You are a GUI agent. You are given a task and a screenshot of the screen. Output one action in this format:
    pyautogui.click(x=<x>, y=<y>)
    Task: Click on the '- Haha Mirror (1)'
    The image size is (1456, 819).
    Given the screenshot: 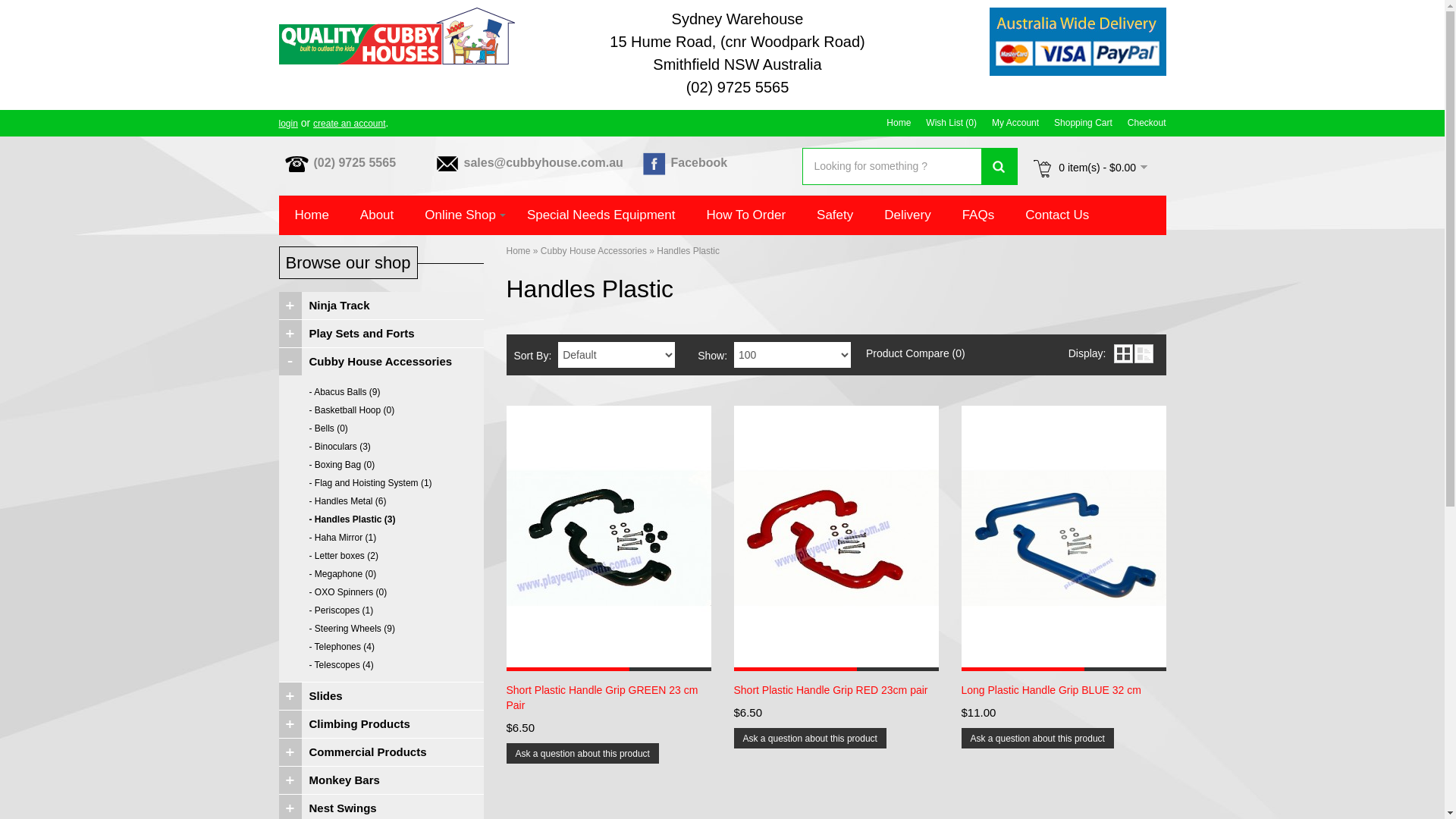 What is the action you would take?
    pyautogui.click(x=381, y=537)
    